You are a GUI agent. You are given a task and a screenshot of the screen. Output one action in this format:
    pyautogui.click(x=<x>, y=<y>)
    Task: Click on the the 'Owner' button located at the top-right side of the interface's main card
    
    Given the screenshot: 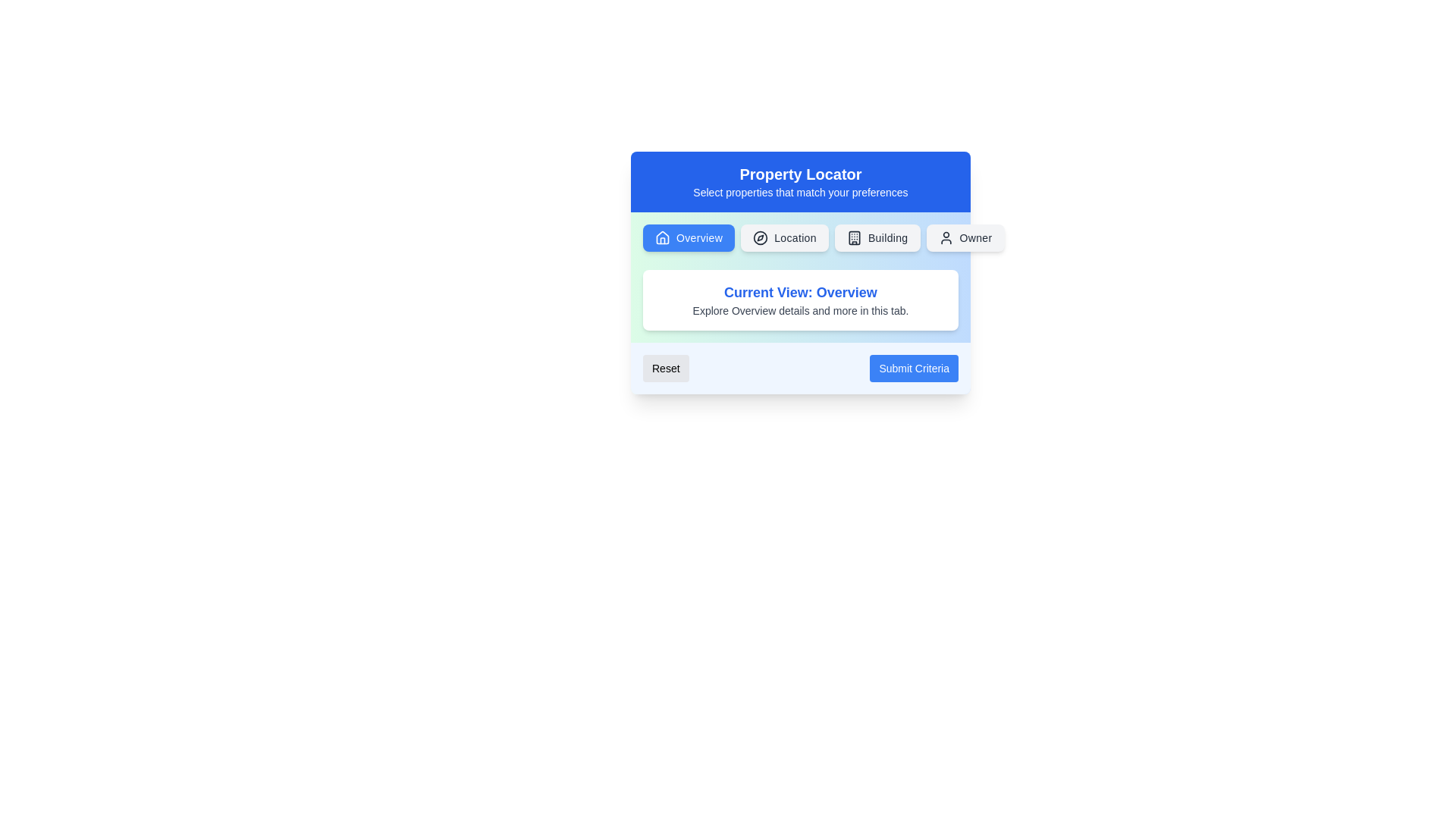 What is the action you would take?
    pyautogui.click(x=964, y=237)
    